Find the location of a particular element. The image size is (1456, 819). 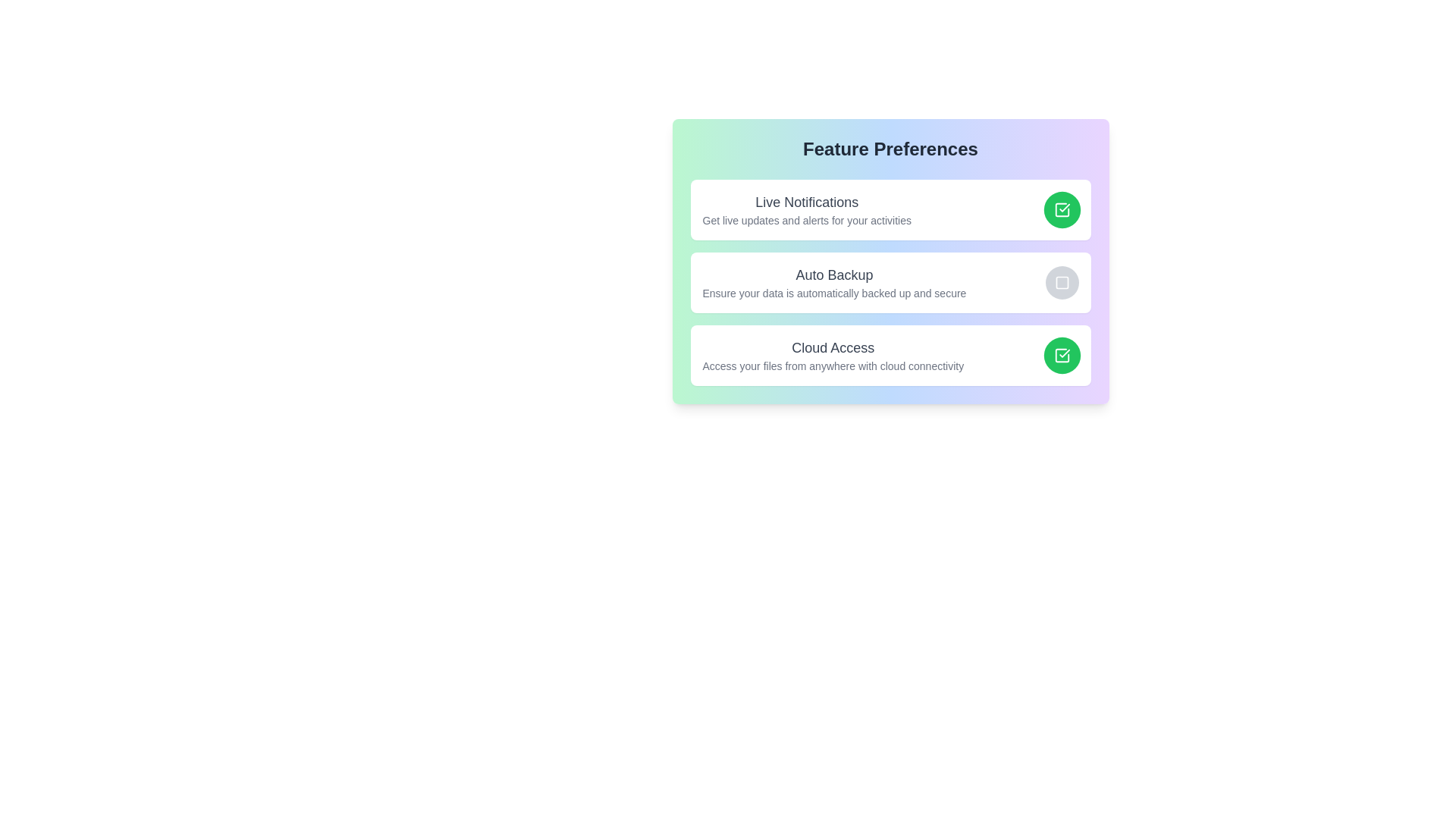

description of the Information card that contains the interactive toggle button for enabling or disabling the auto backup feature, located as the second feature card in the 'Feature Preferences' section is located at coordinates (890, 283).